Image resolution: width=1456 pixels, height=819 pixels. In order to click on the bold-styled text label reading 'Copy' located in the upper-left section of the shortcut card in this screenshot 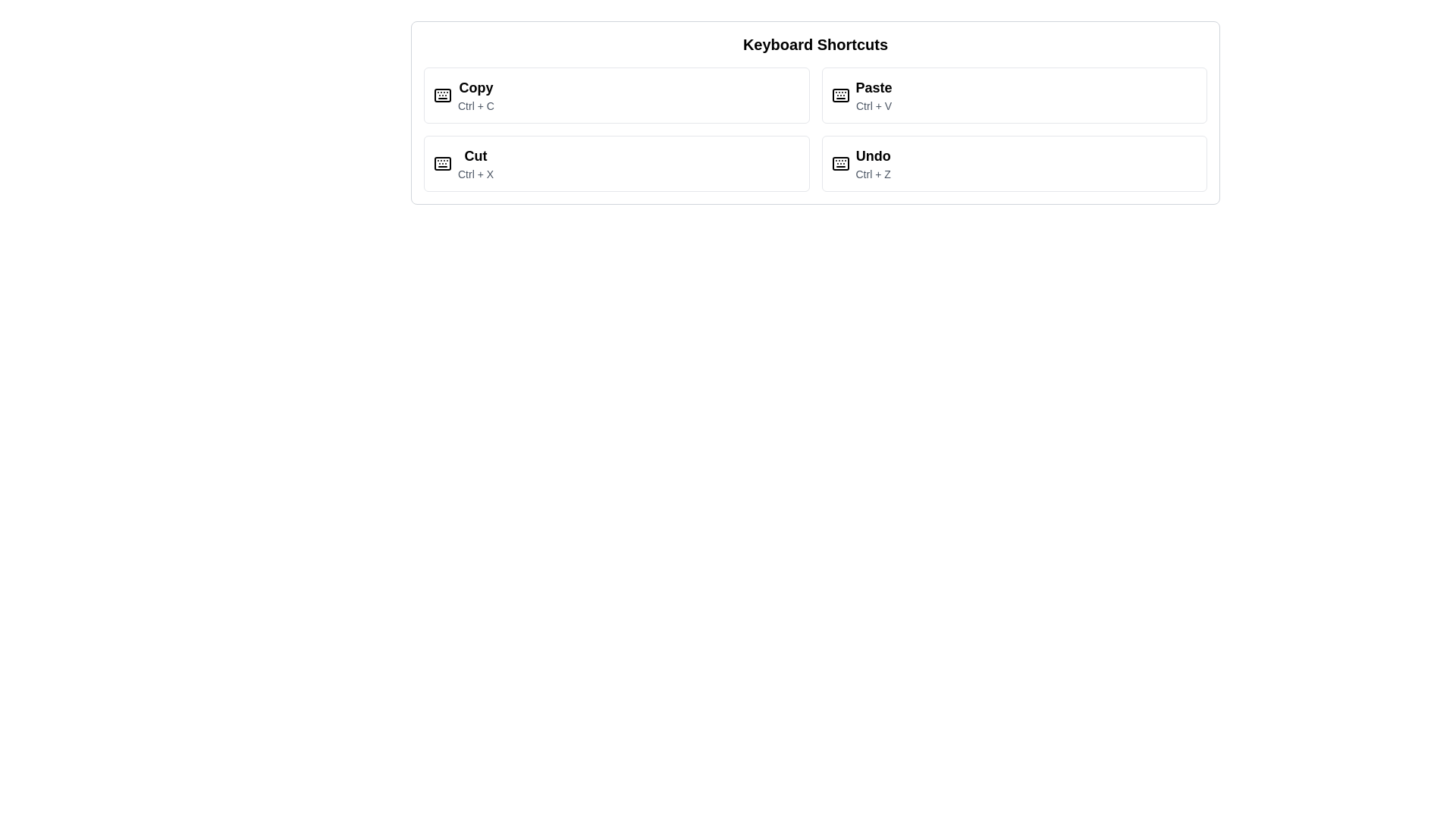, I will do `click(475, 87)`.